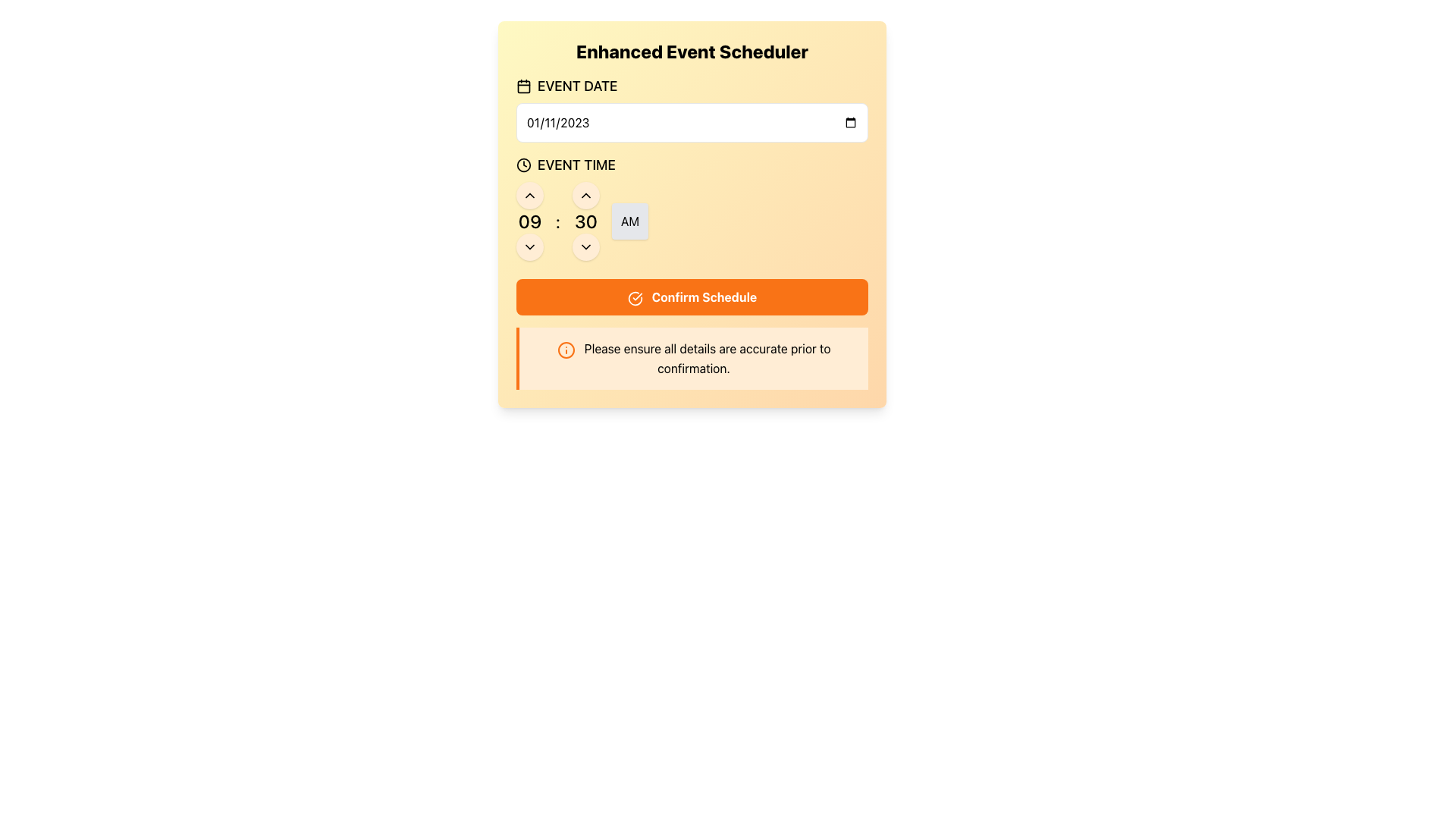  Describe the element at coordinates (585, 221) in the screenshot. I see `the Text Display element that shows the current minute value in the time picker interface, which is centrally located between the increment and decrement arrow buttons` at that location.